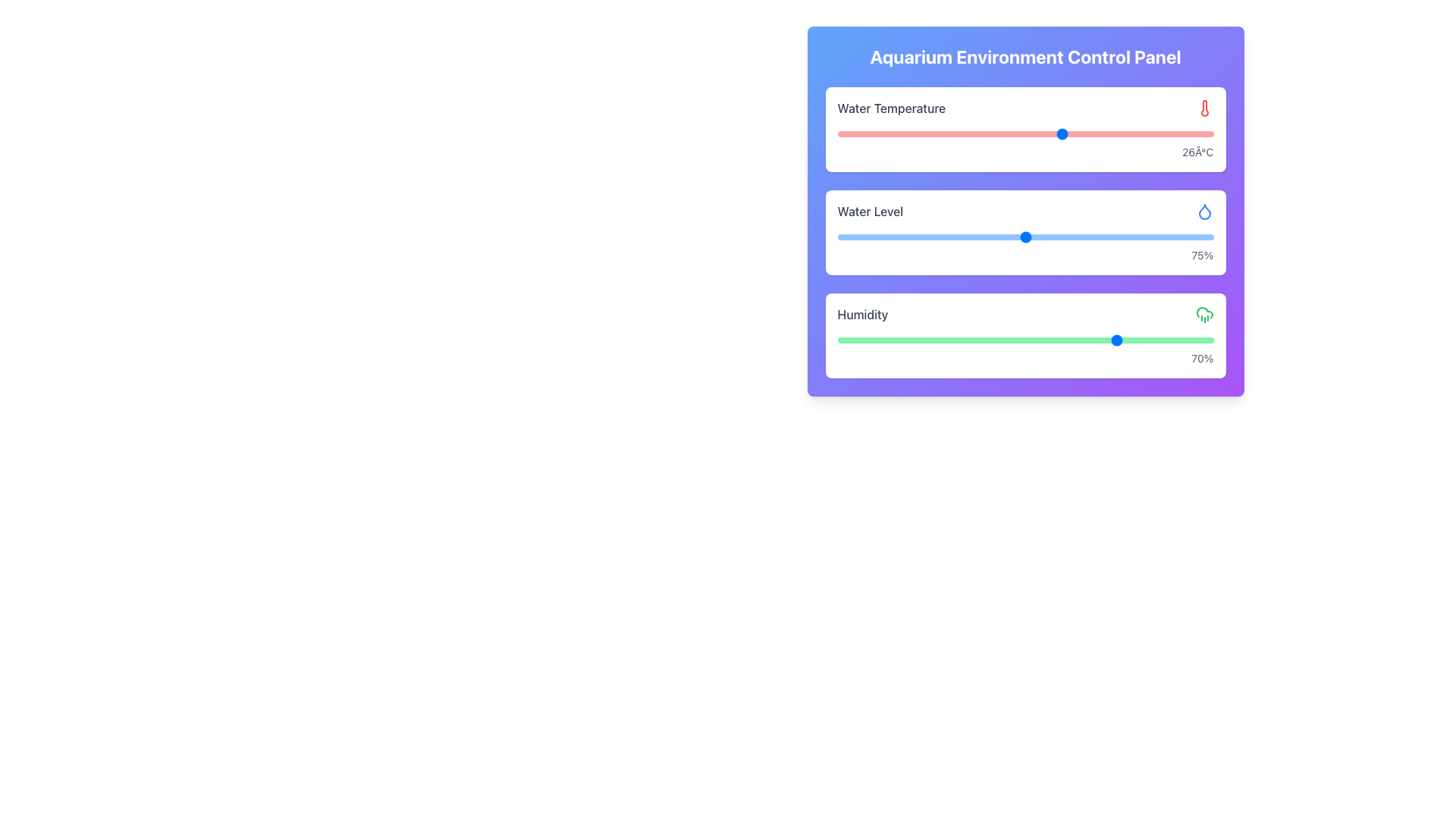  What do you see at coordinates (968, 339) in the screenshot?
I see `the humidity` at bounding box center [968, 339].